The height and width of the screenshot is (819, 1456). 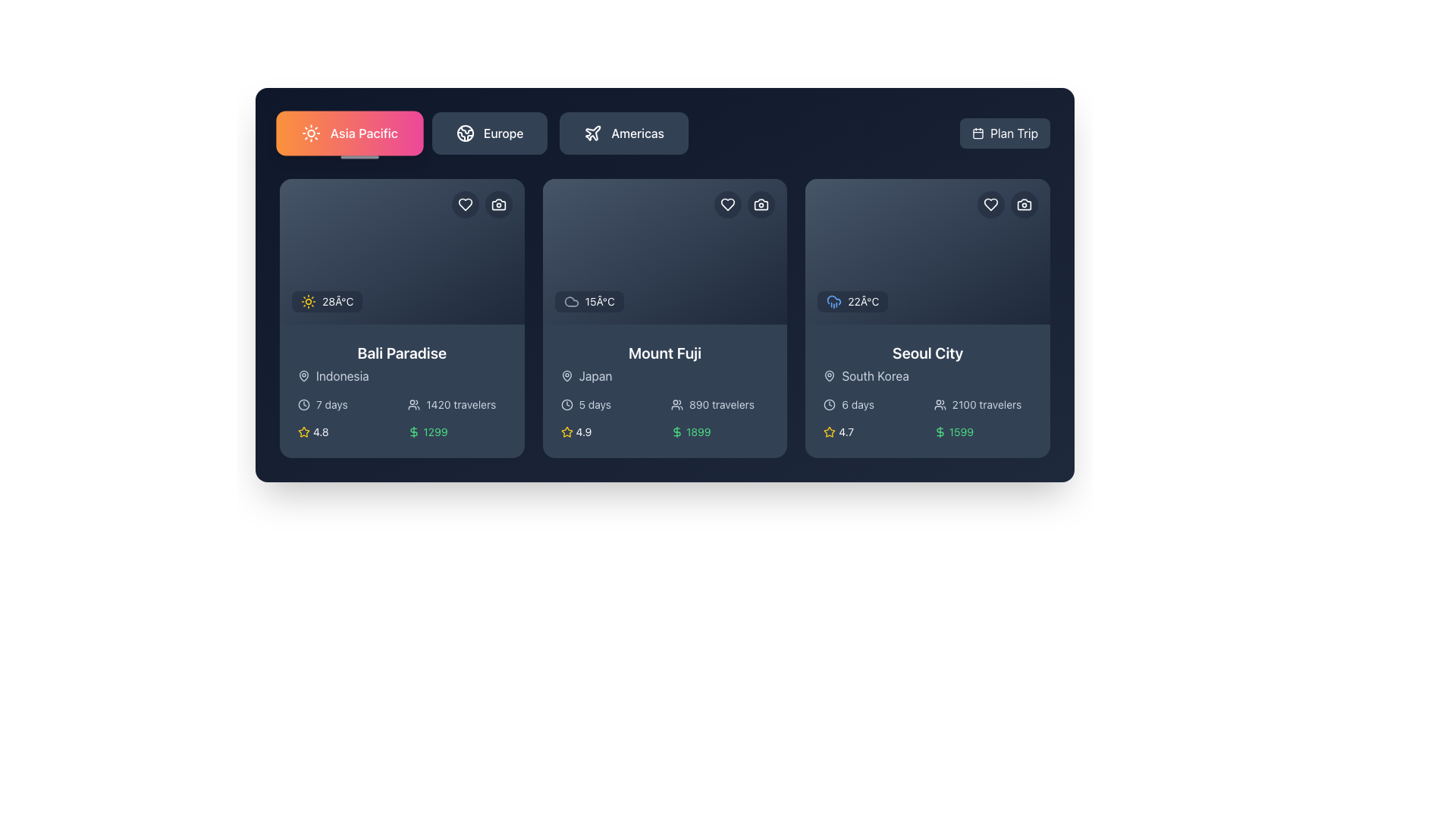 What do you see at coordinates (464, 205) in the screenshot?
I see `the heart-shaped icon with a dark background and white outline located in the top-right corner of the 'Bali Paradise' card` at bounding box center [464, 205].